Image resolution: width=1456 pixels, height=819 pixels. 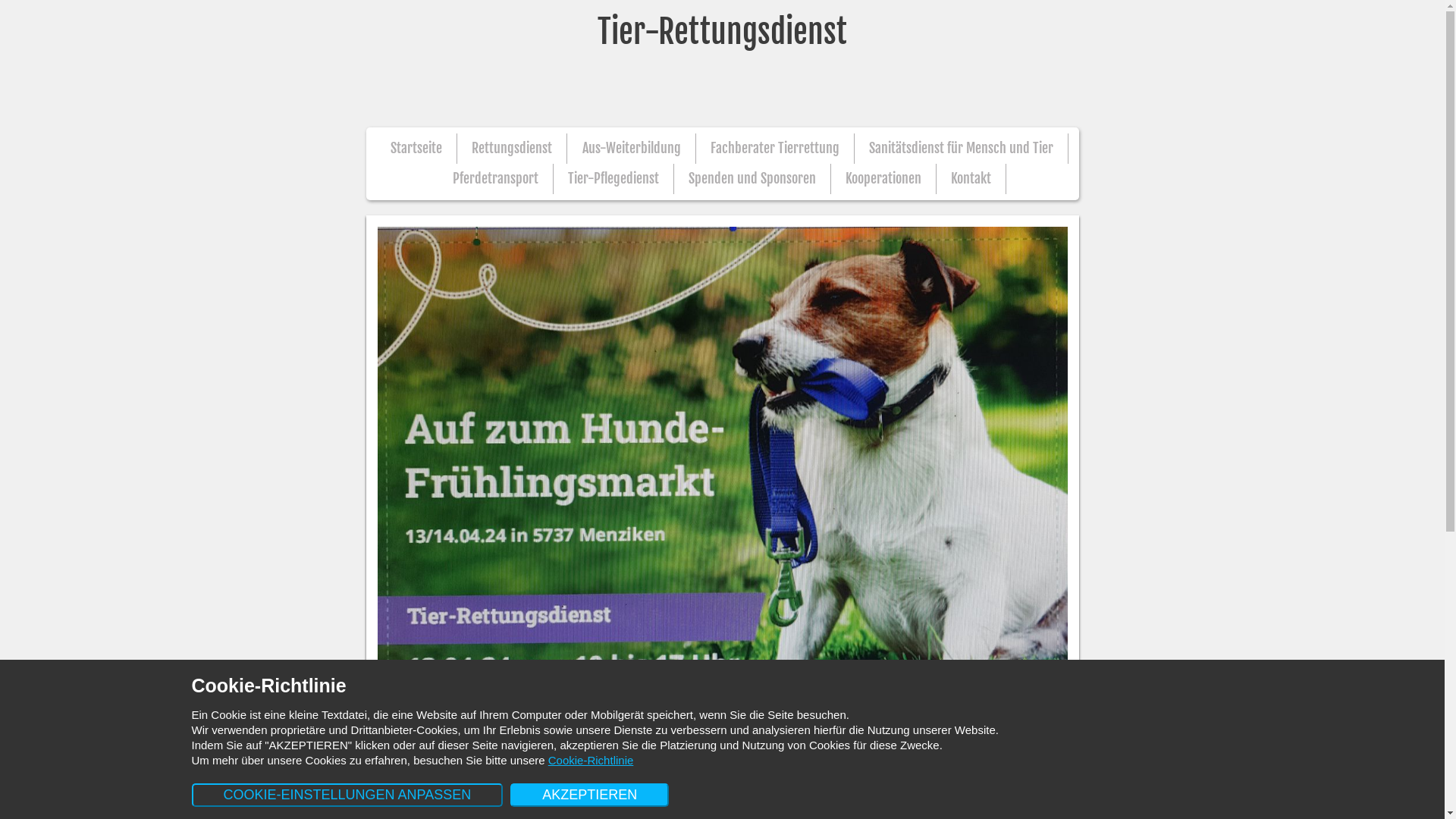 I want to click on 'Kooperationen', so click(x=883, y=177).